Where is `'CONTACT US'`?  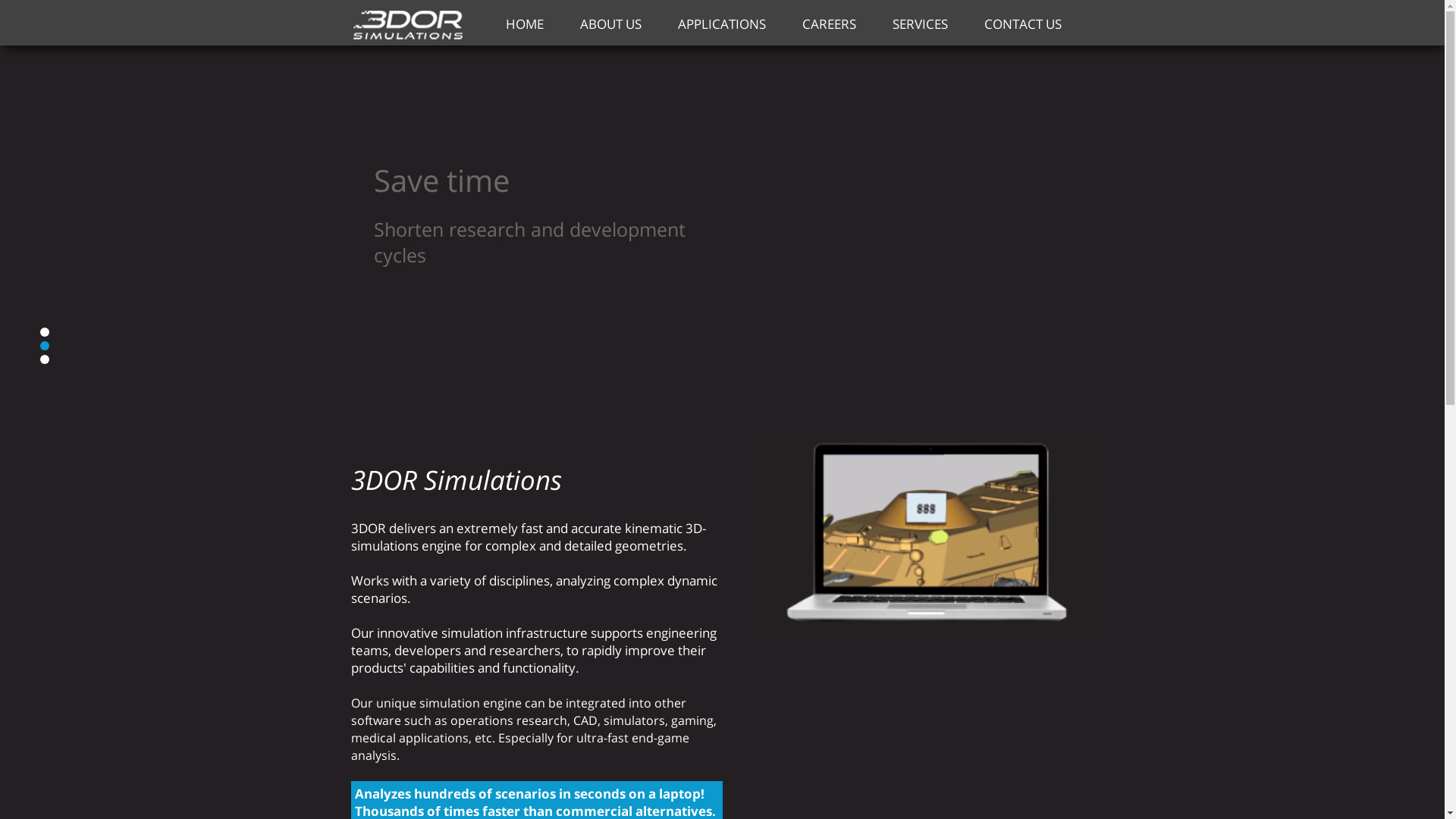
'CONTACT US' is located at coordinates (1022, 24).